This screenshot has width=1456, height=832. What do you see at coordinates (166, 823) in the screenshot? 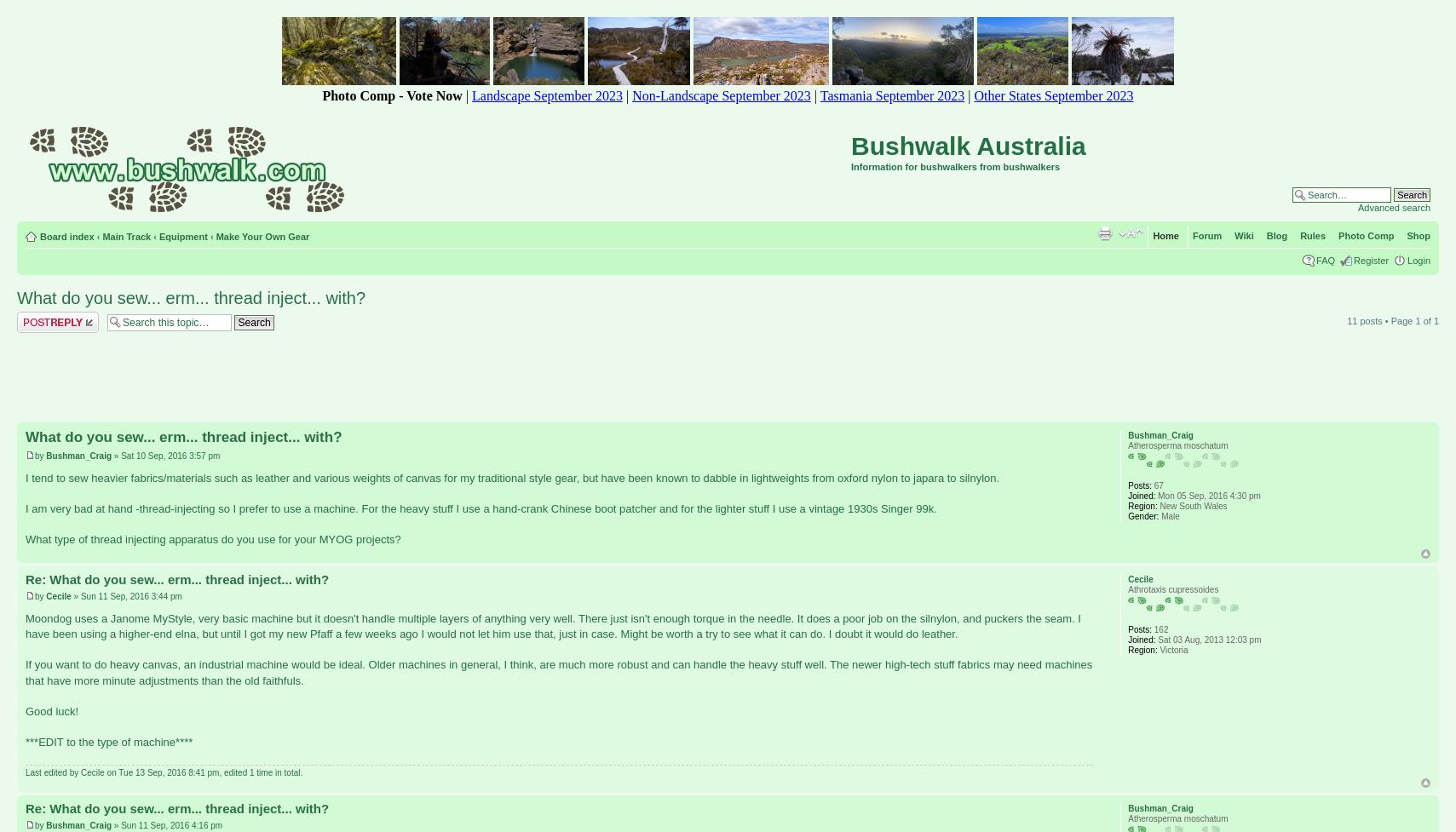
I see `'» Sun 11 Sep, 2016 4:16 pm'` at bounding box center [166, 823].